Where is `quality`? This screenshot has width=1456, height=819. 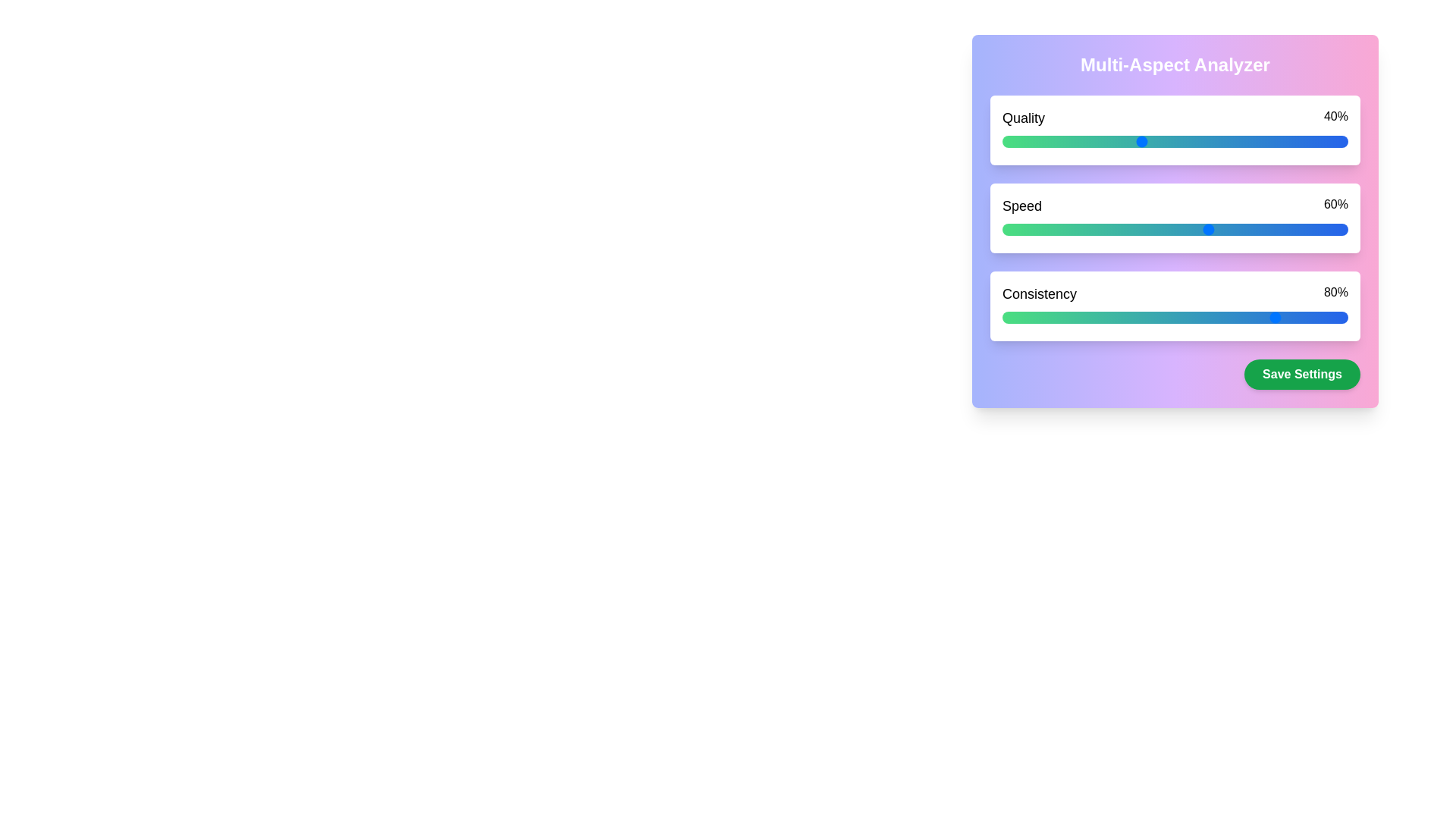 quality is located at coordinates (1213, 141).